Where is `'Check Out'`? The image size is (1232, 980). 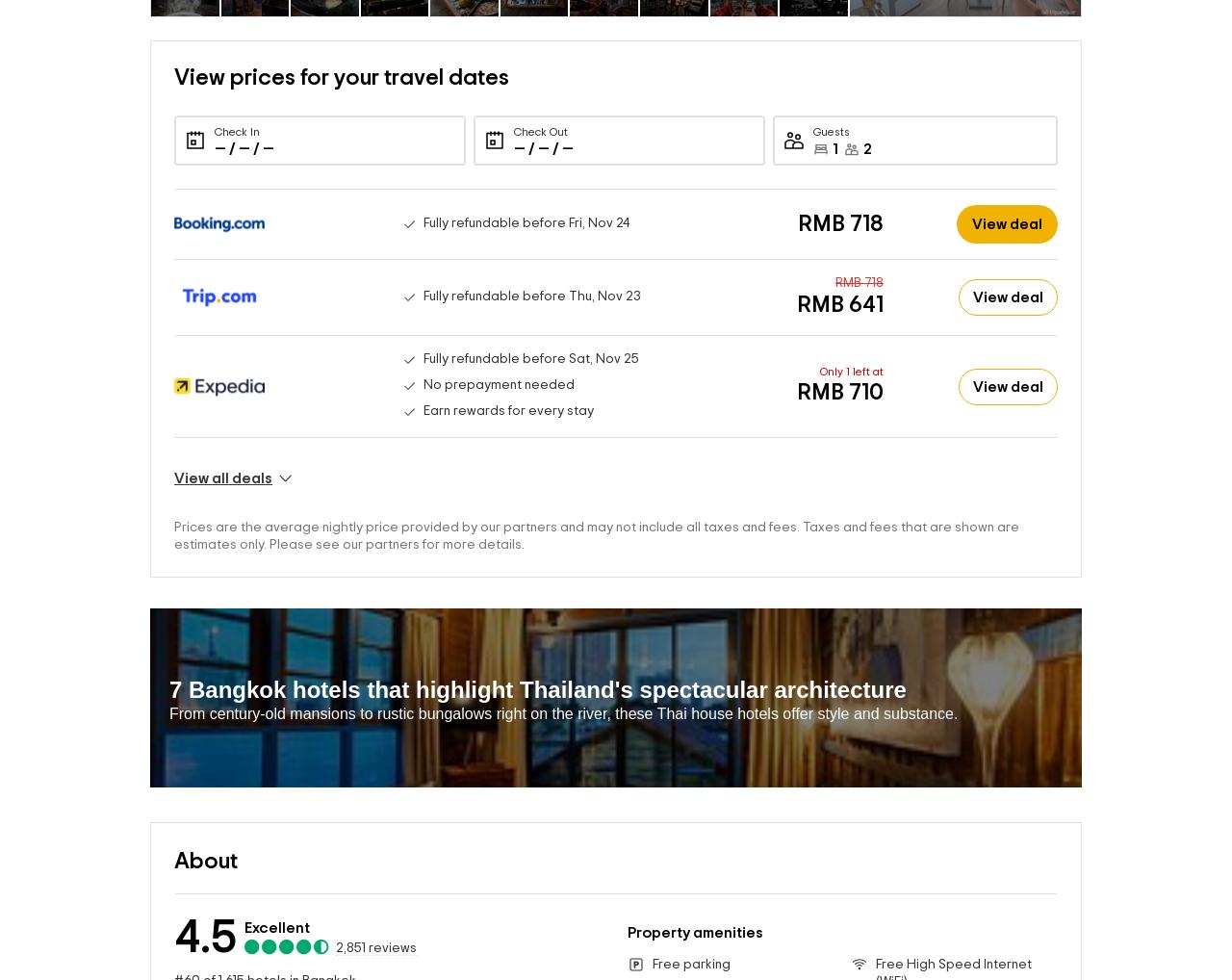
'Check Out' is located at coordinates (539, 99).